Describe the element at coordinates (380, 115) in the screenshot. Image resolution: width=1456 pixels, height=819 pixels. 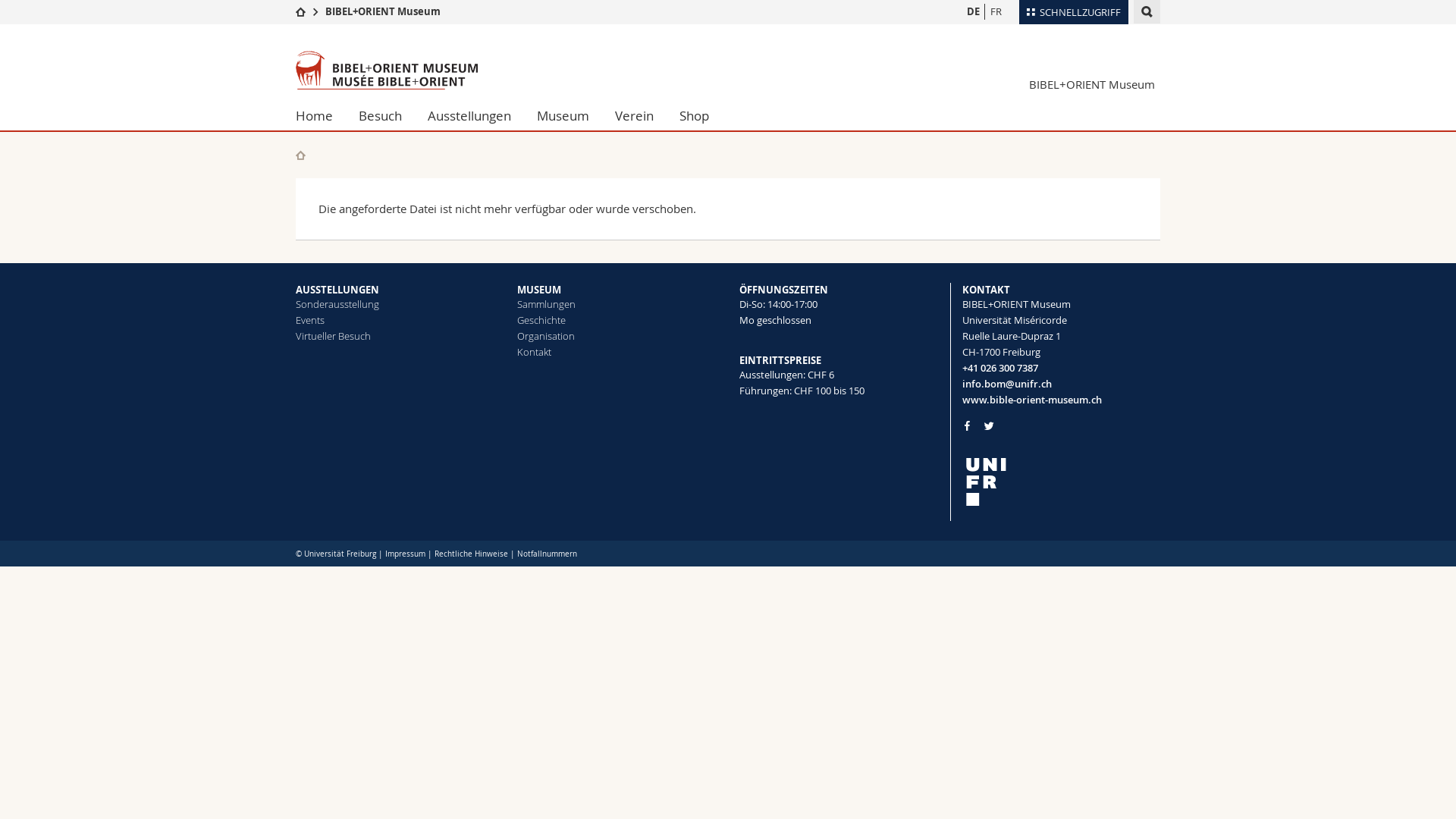
I see `'Besuch'` at that location.